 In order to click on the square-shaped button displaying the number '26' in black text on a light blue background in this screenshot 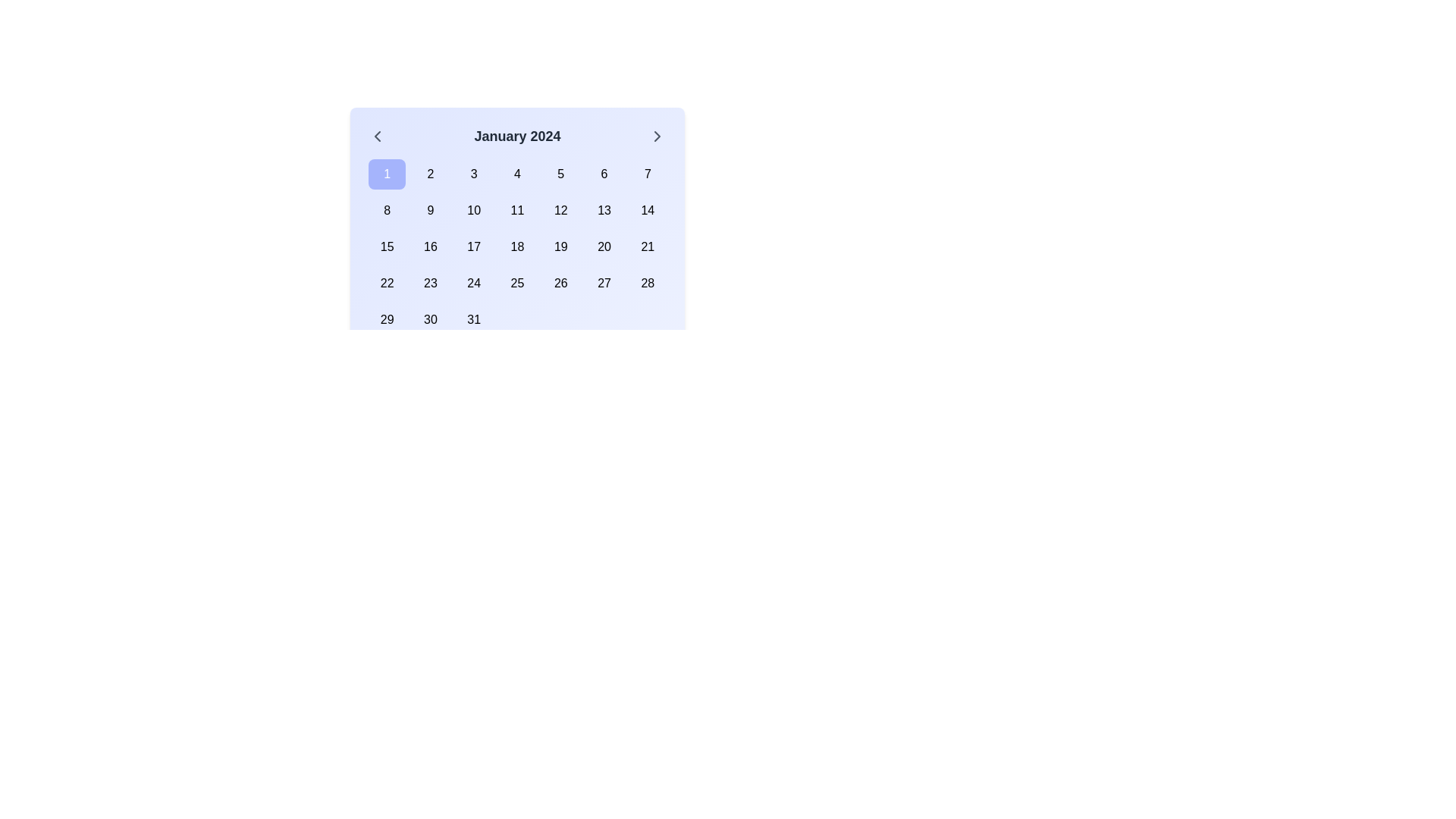, I will do `click(560, 284)`.